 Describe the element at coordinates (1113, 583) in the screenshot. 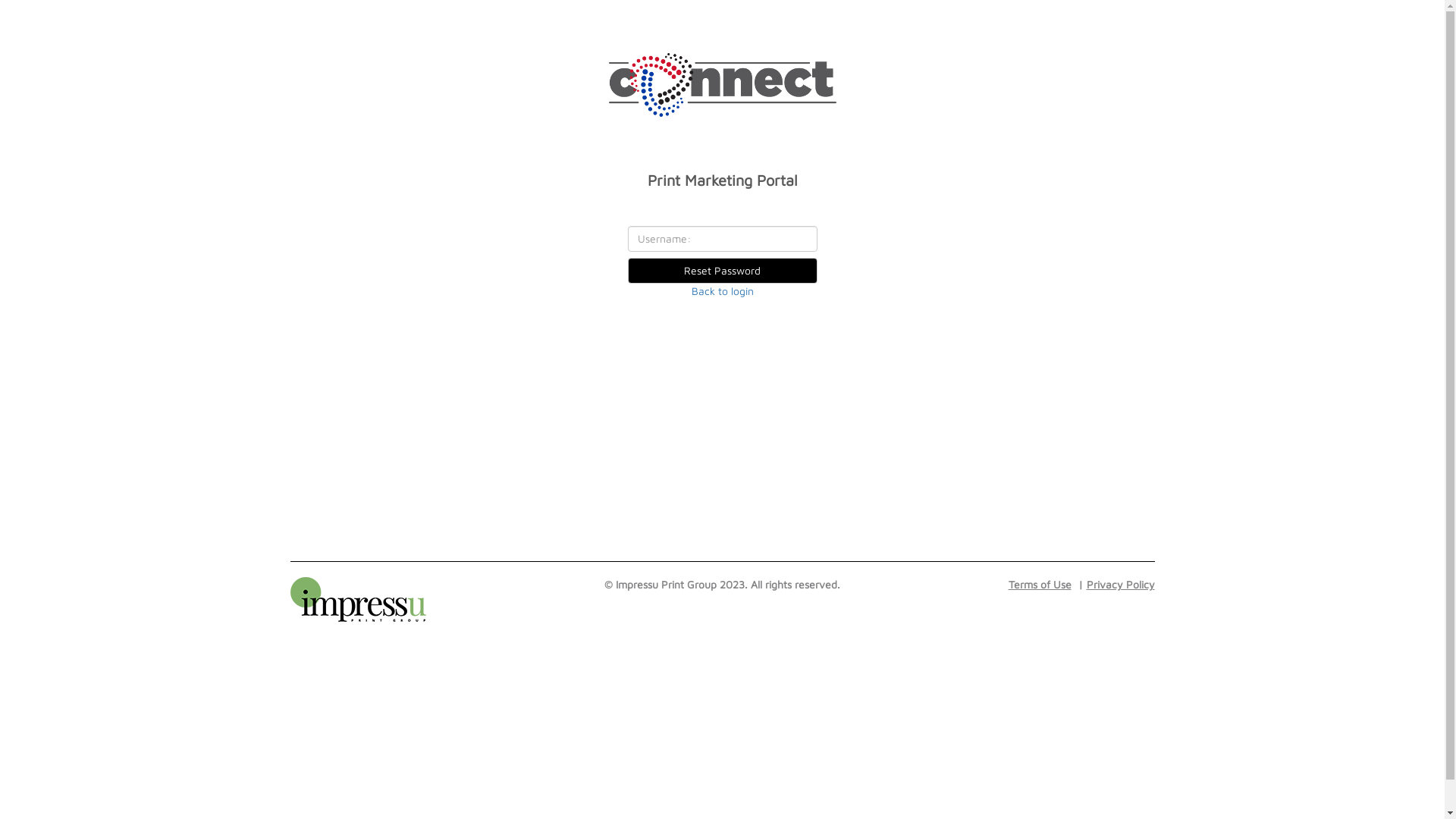

I see `'Privacy Policy'` at that location.